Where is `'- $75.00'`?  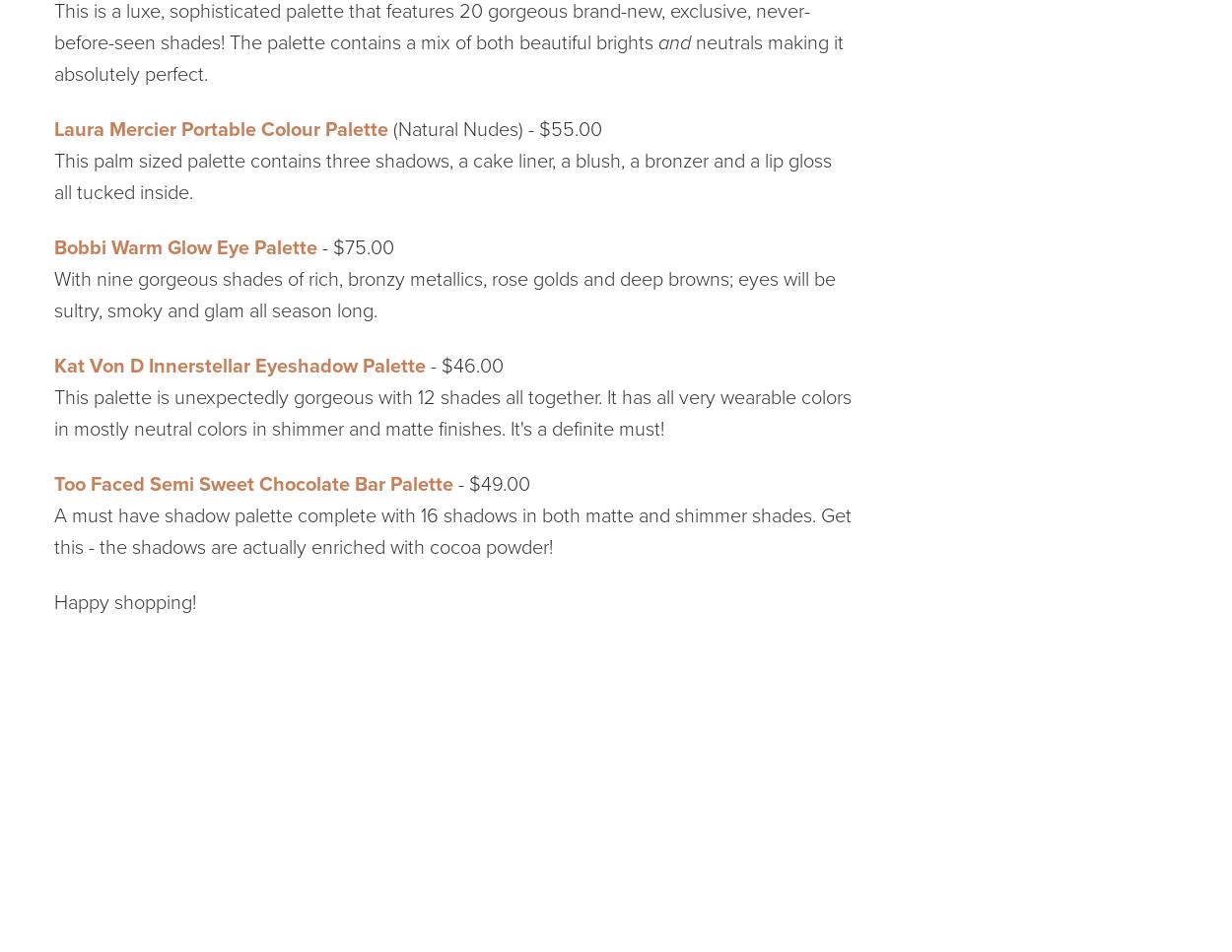 '- $75.00' is located at coordinates (316, 246).